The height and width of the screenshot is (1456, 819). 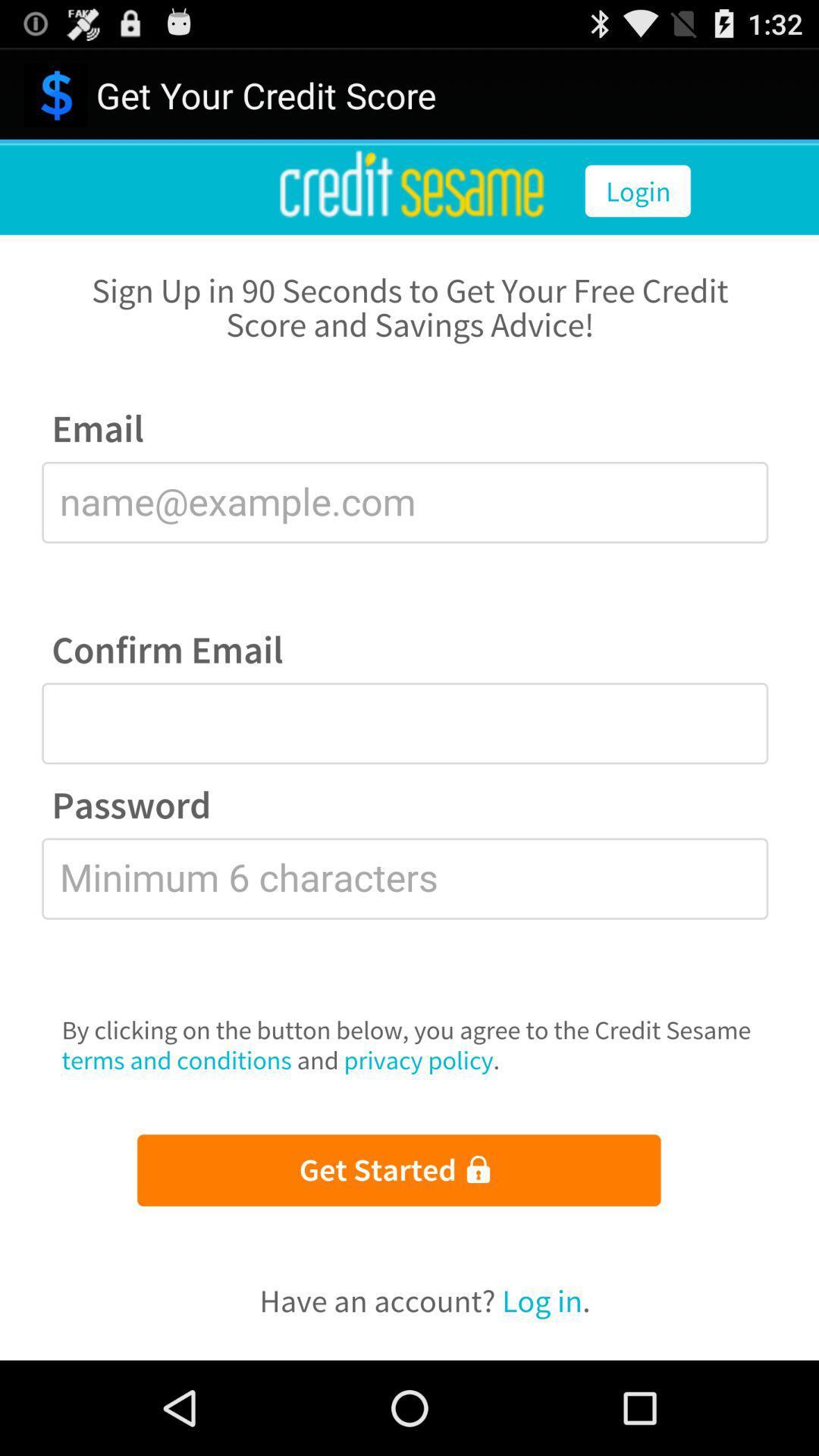 I want to click on total web page, so click(x=409, y=752).